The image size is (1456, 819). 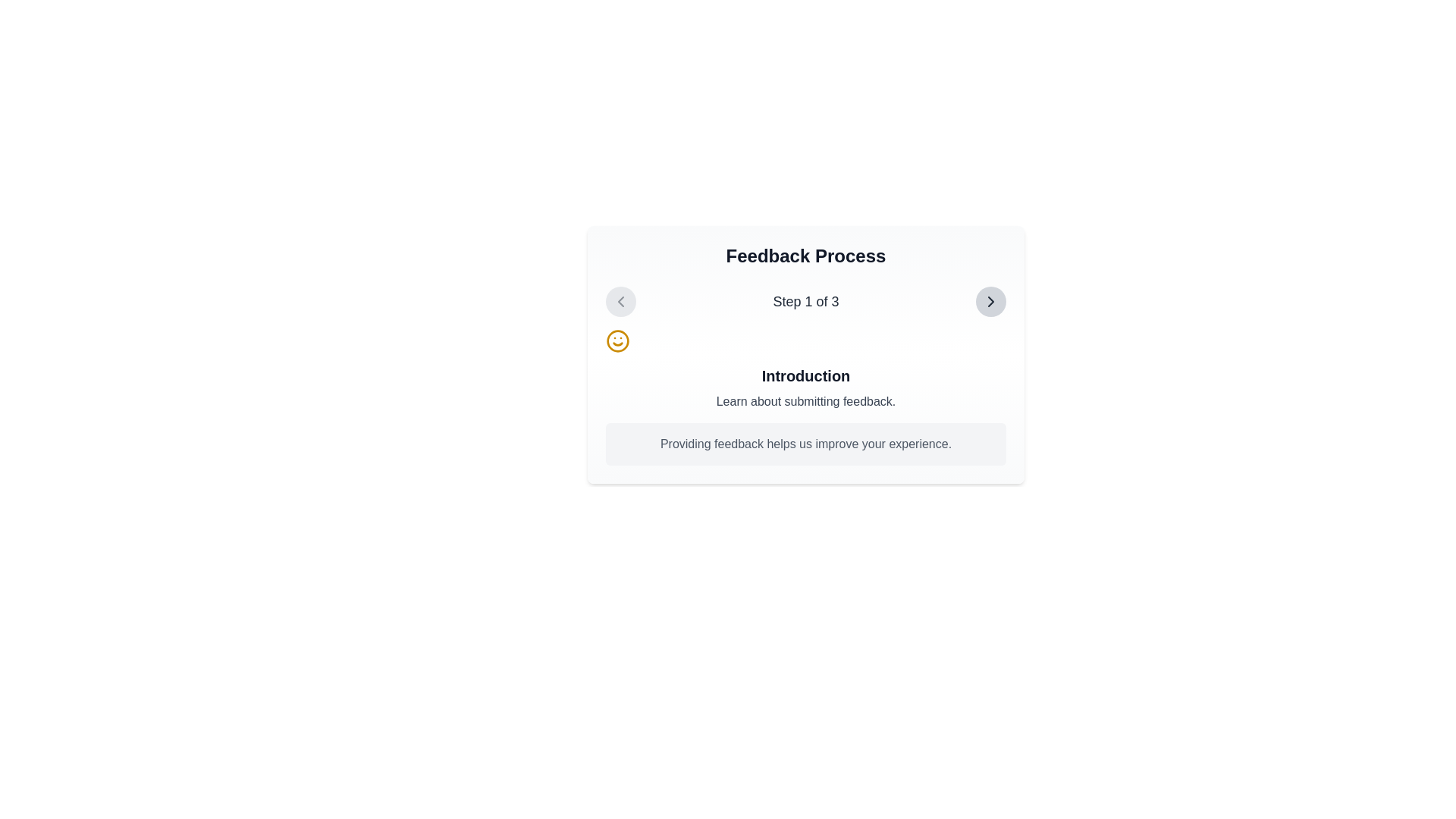 What do you see at coordinates (990, 301) in the screenshot?
I see `the rightward-pointing chevron icon, which is styled as a thin black outline on a transparent background` at bounding box center [990, 301].